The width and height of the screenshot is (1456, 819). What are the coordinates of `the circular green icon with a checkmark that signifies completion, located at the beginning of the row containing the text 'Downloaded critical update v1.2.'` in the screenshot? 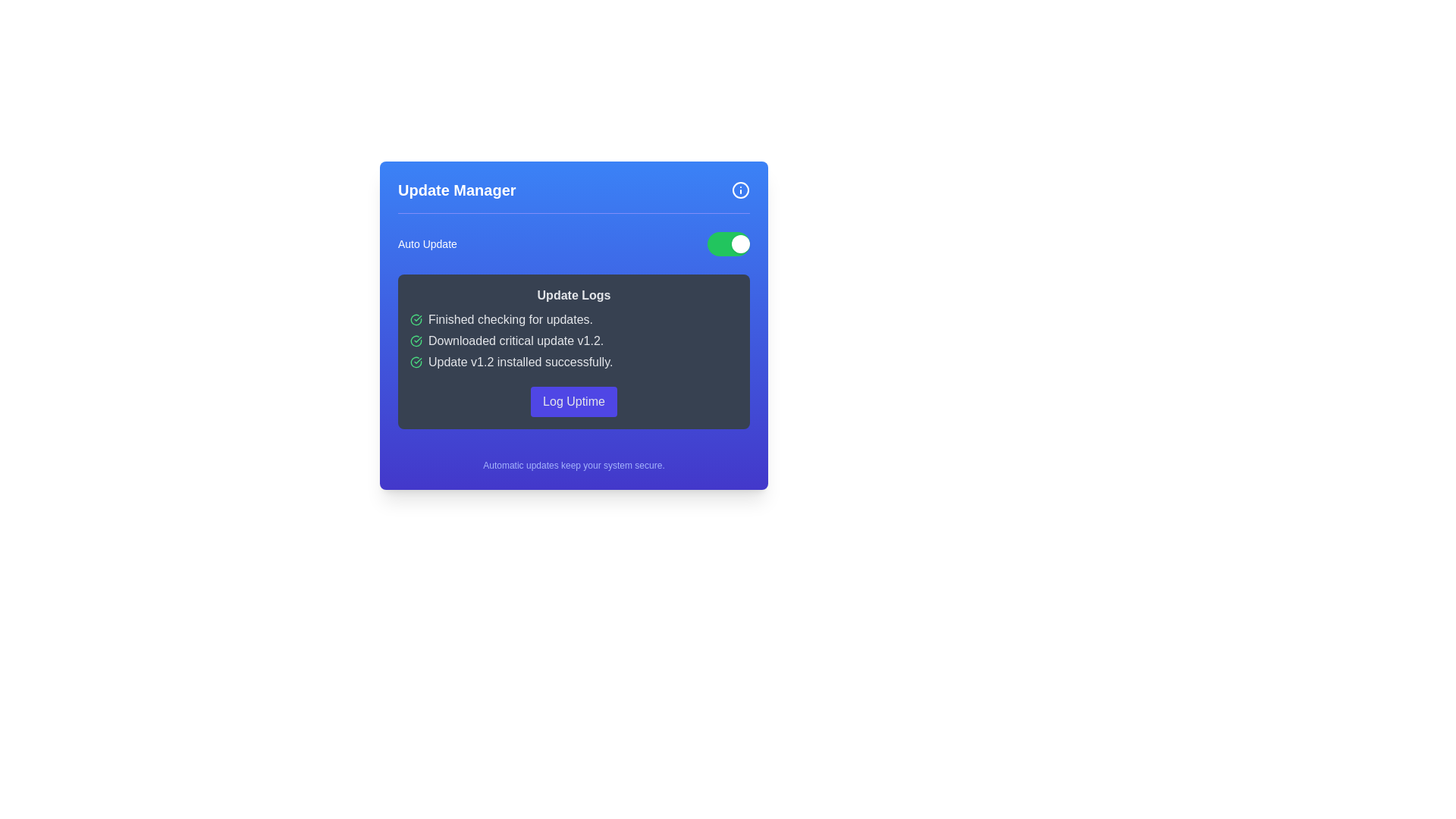 It's located at (416, 341).